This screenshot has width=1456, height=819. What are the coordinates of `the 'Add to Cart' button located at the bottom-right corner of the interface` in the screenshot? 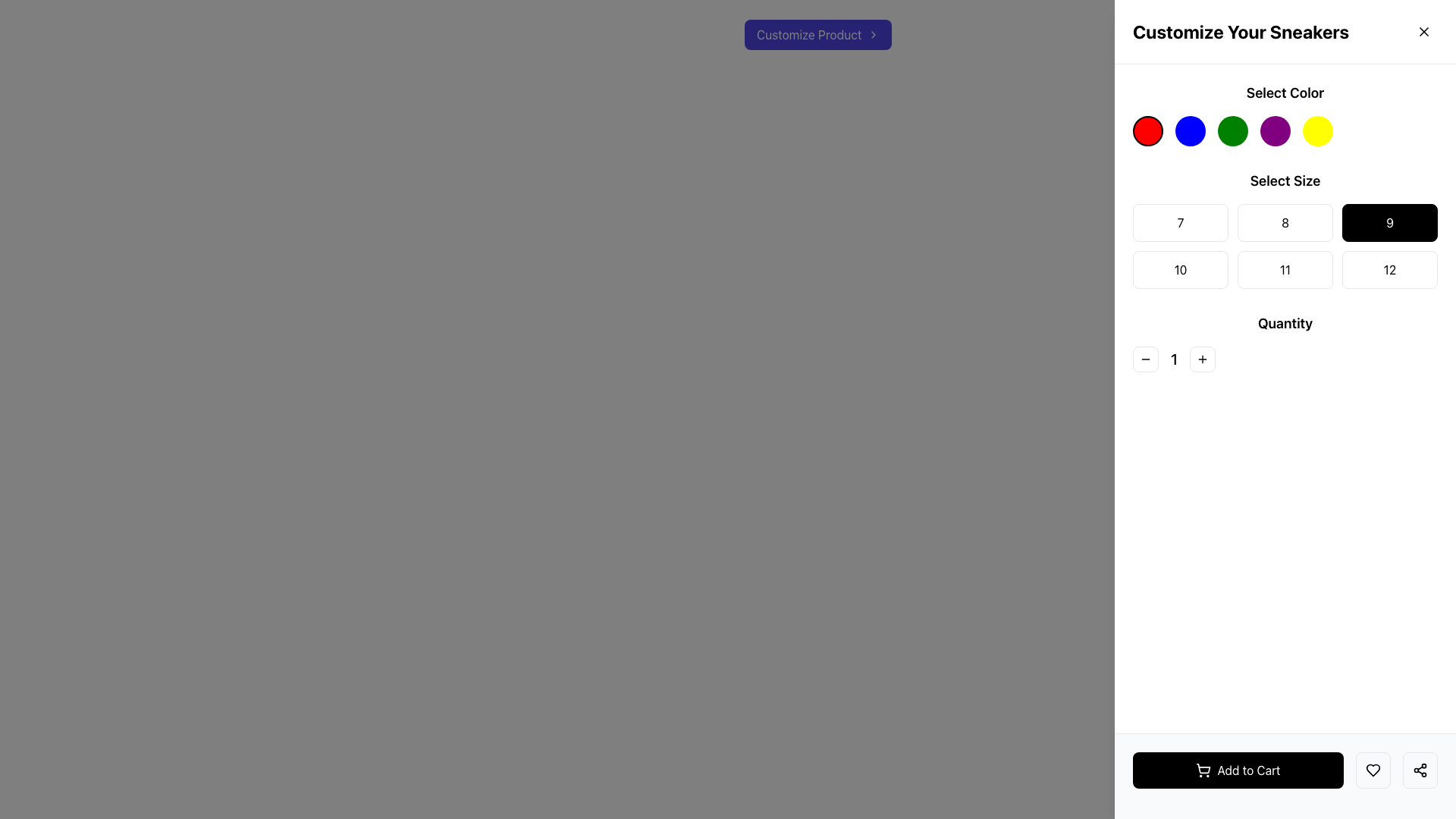 It's located at (1284, 770).